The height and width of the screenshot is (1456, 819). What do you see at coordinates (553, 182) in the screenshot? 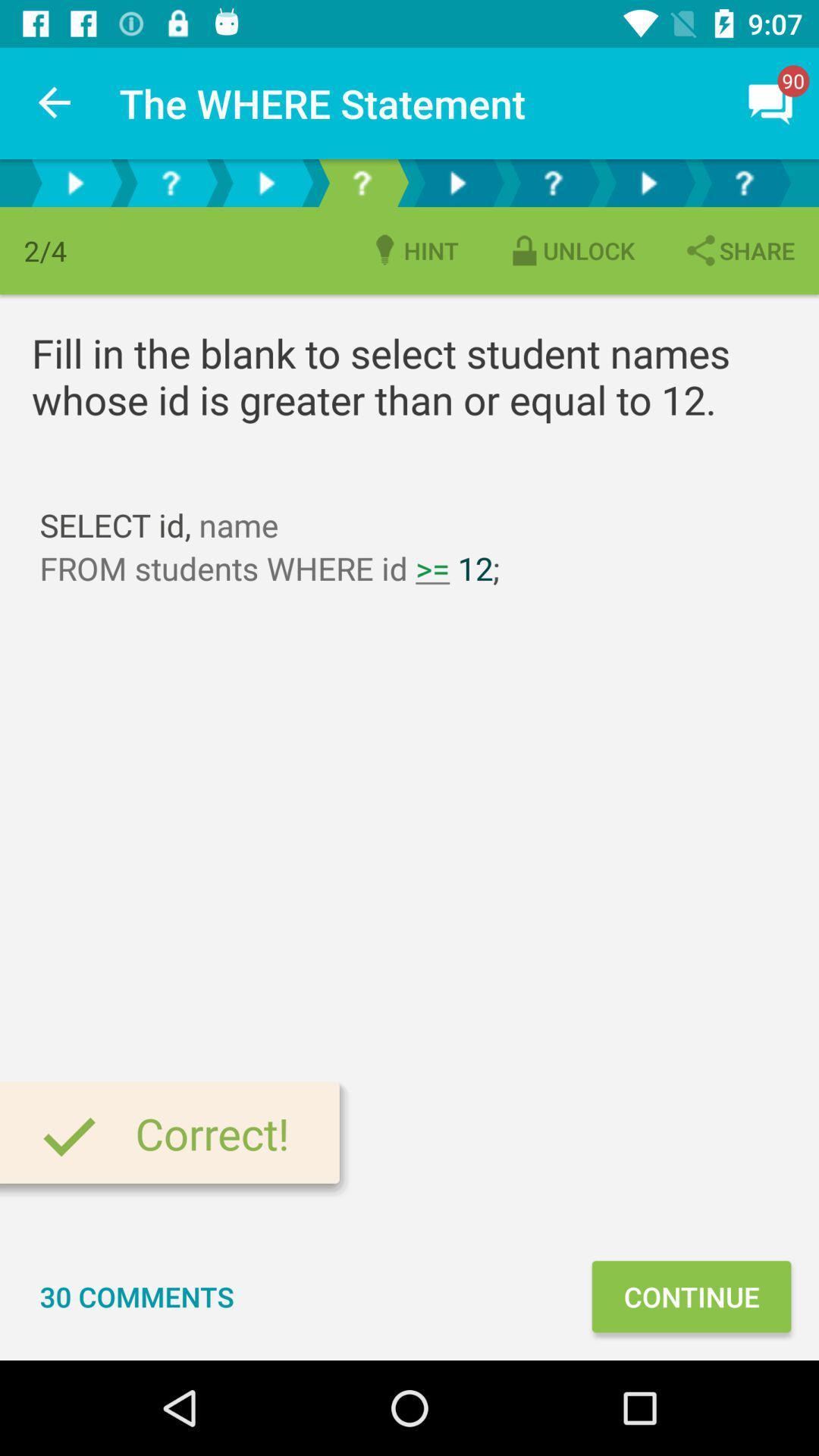
I see `the third question mark in the page` at bounding box center [553, 182].